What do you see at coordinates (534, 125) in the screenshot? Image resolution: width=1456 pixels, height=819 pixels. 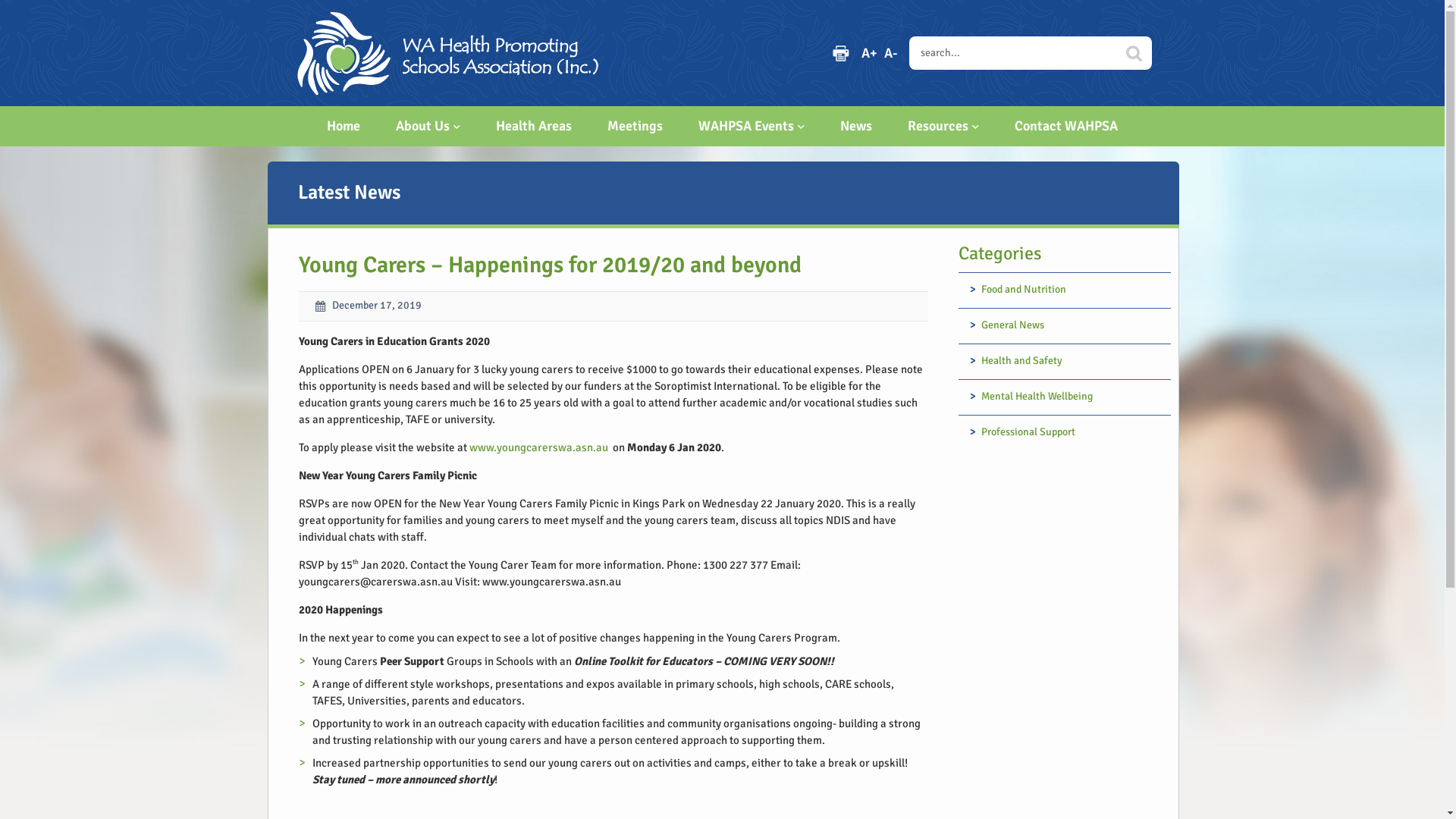 I see `'Health Areas'` at bounding box center [534, 125].